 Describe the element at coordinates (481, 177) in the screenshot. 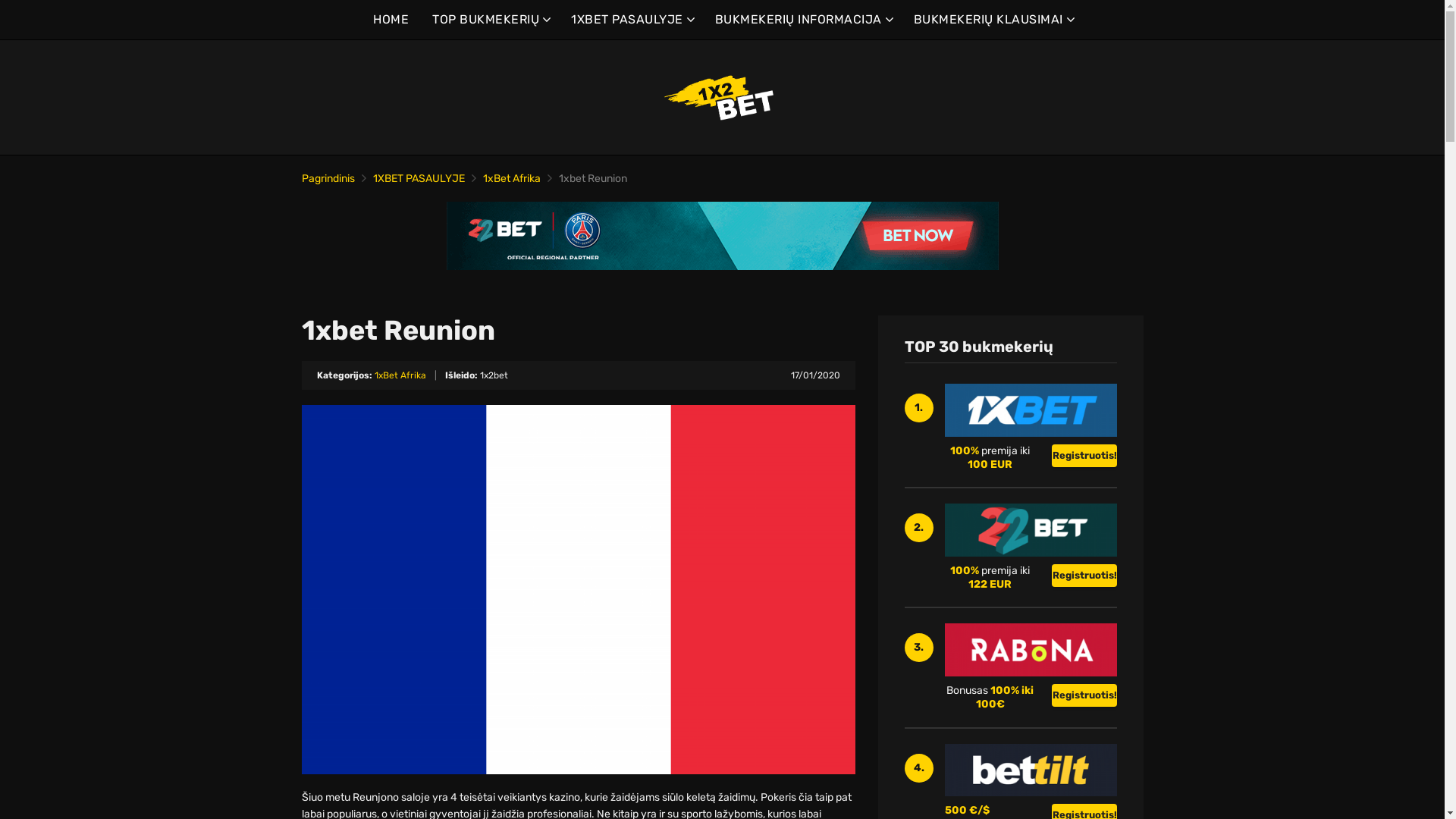

I see `'1xBet Afrika'` at that location.